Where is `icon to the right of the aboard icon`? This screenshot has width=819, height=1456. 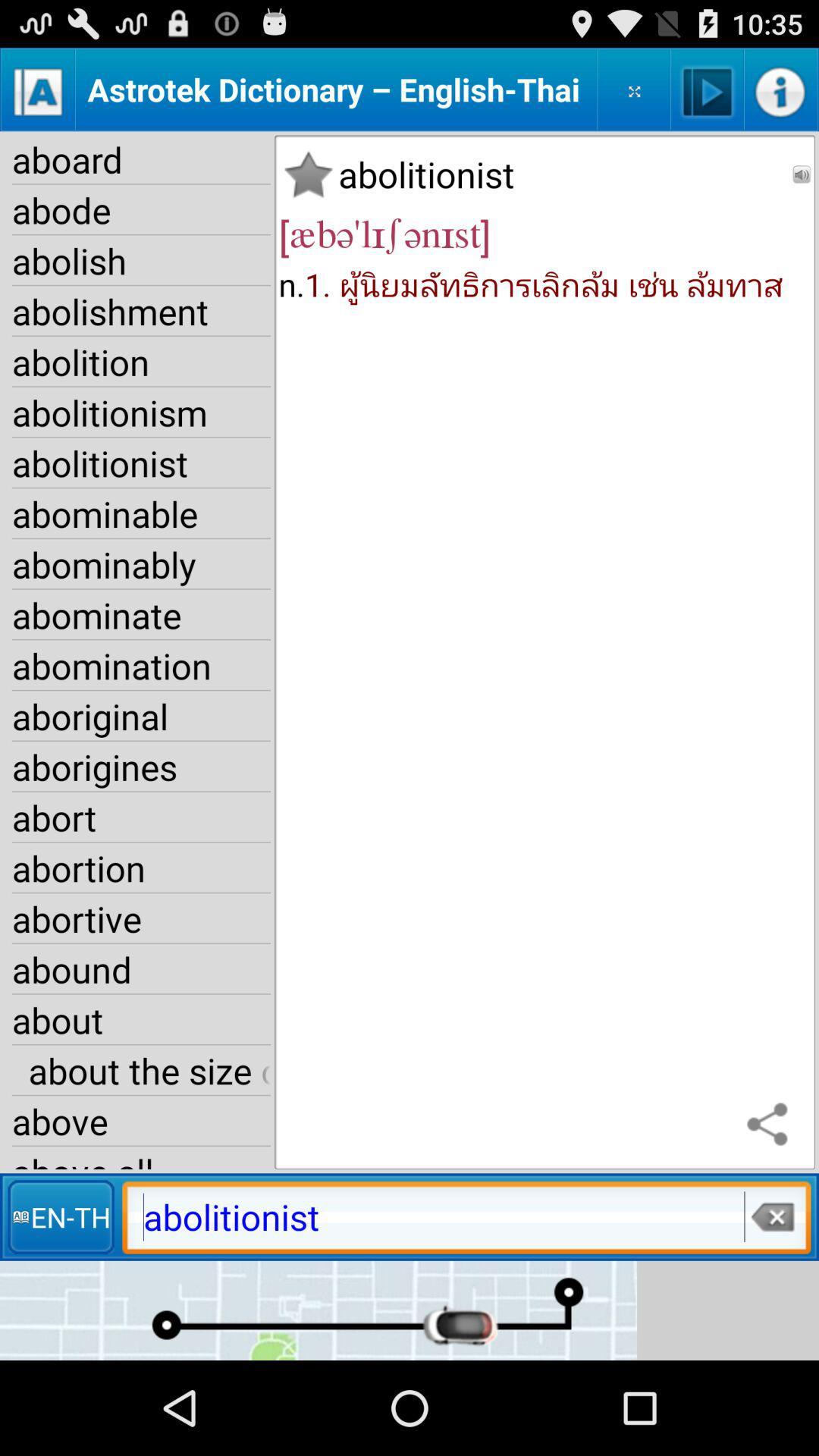
icon to the right of the aboard icon is located at coordinates (307, 174).